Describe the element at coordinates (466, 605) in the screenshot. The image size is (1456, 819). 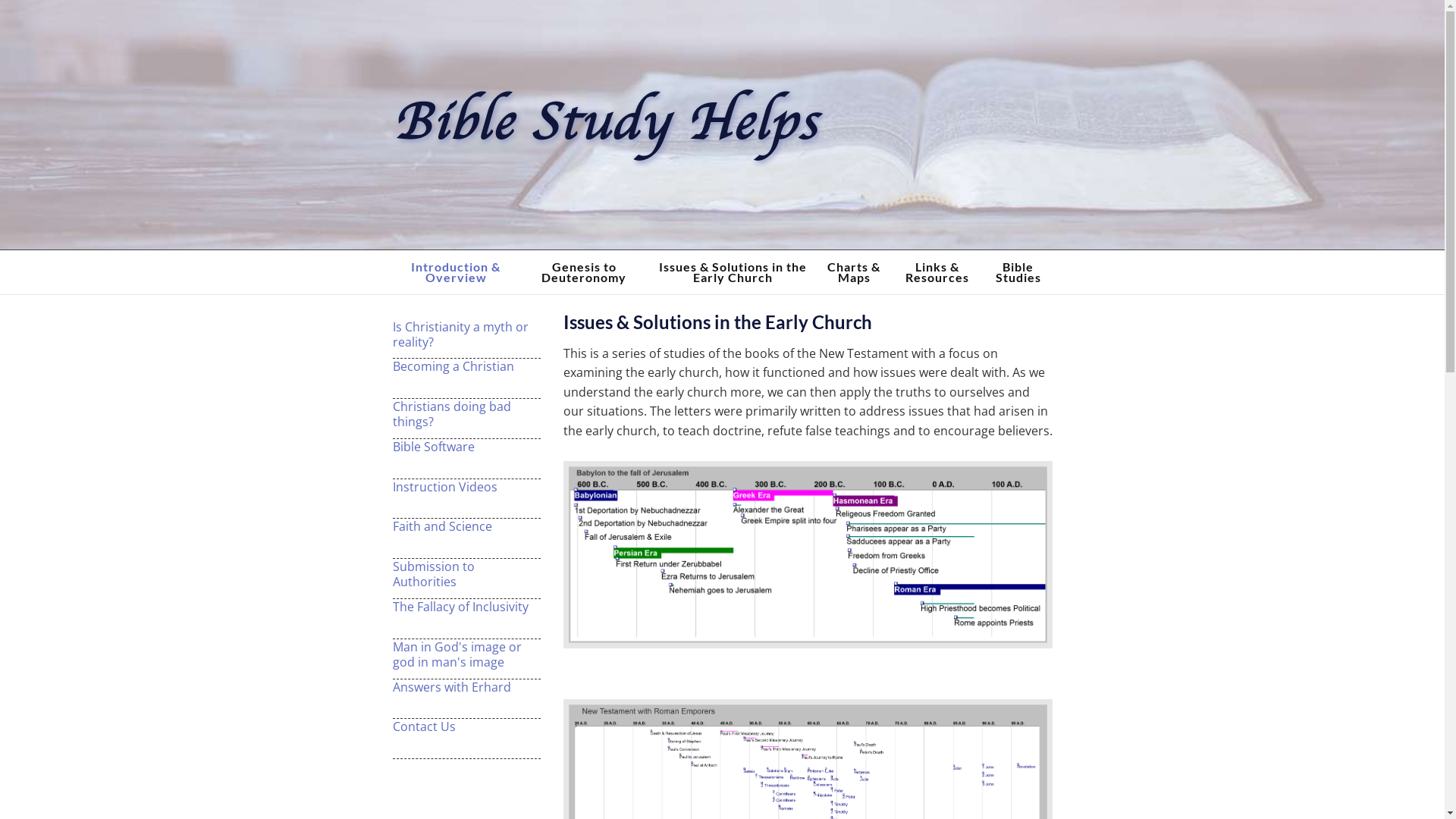
I see `'The Fallacy of Inclusivity'` at that location.